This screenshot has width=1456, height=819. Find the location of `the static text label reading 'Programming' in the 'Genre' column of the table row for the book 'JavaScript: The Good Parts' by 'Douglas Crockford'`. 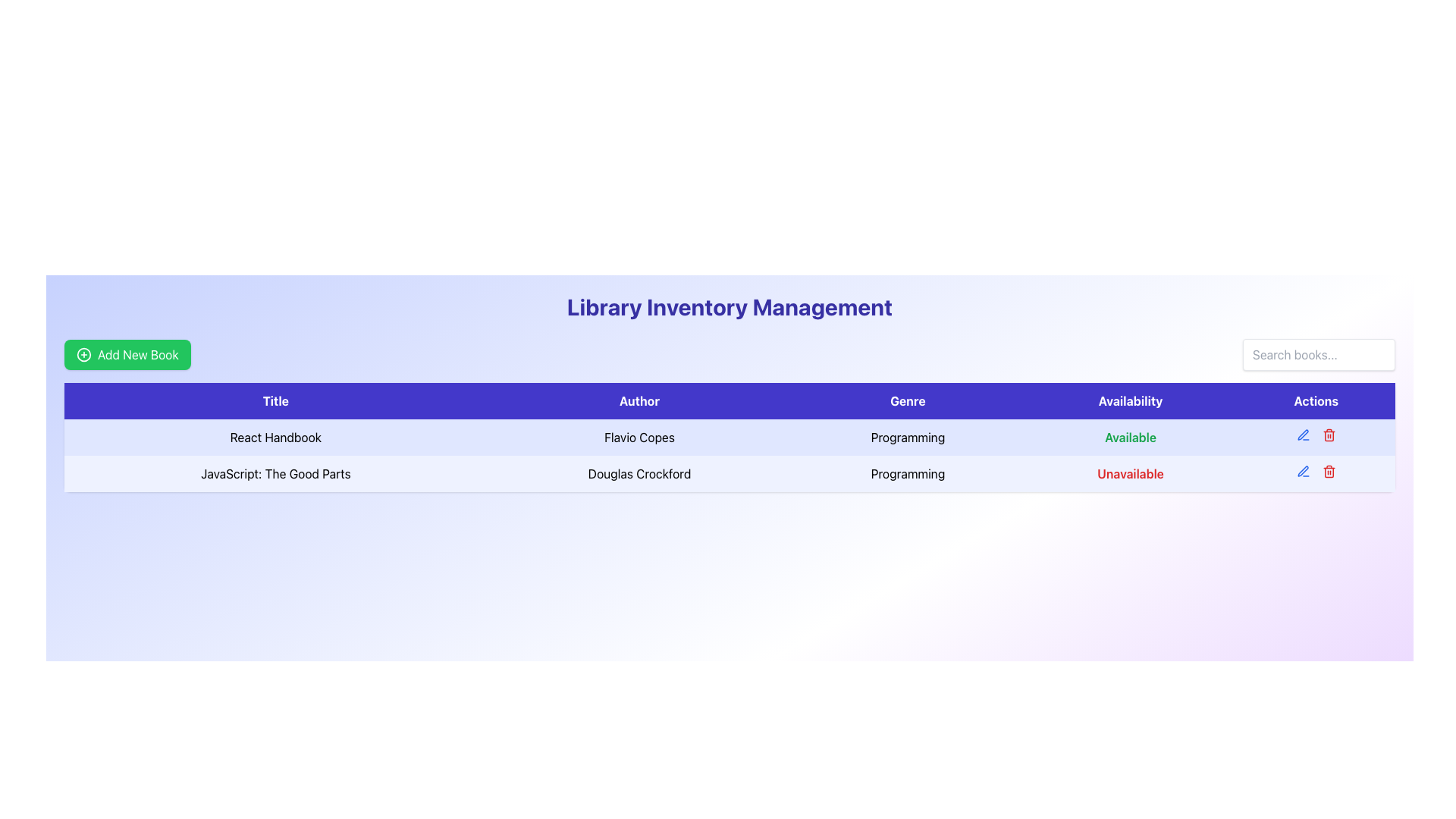

the static text label reading 'Programming' in the 'Genre' column of the table row for the book 'JavaScript: The Good Parts' by 'Douglas Crockford' is located at coordinates (908, 472).